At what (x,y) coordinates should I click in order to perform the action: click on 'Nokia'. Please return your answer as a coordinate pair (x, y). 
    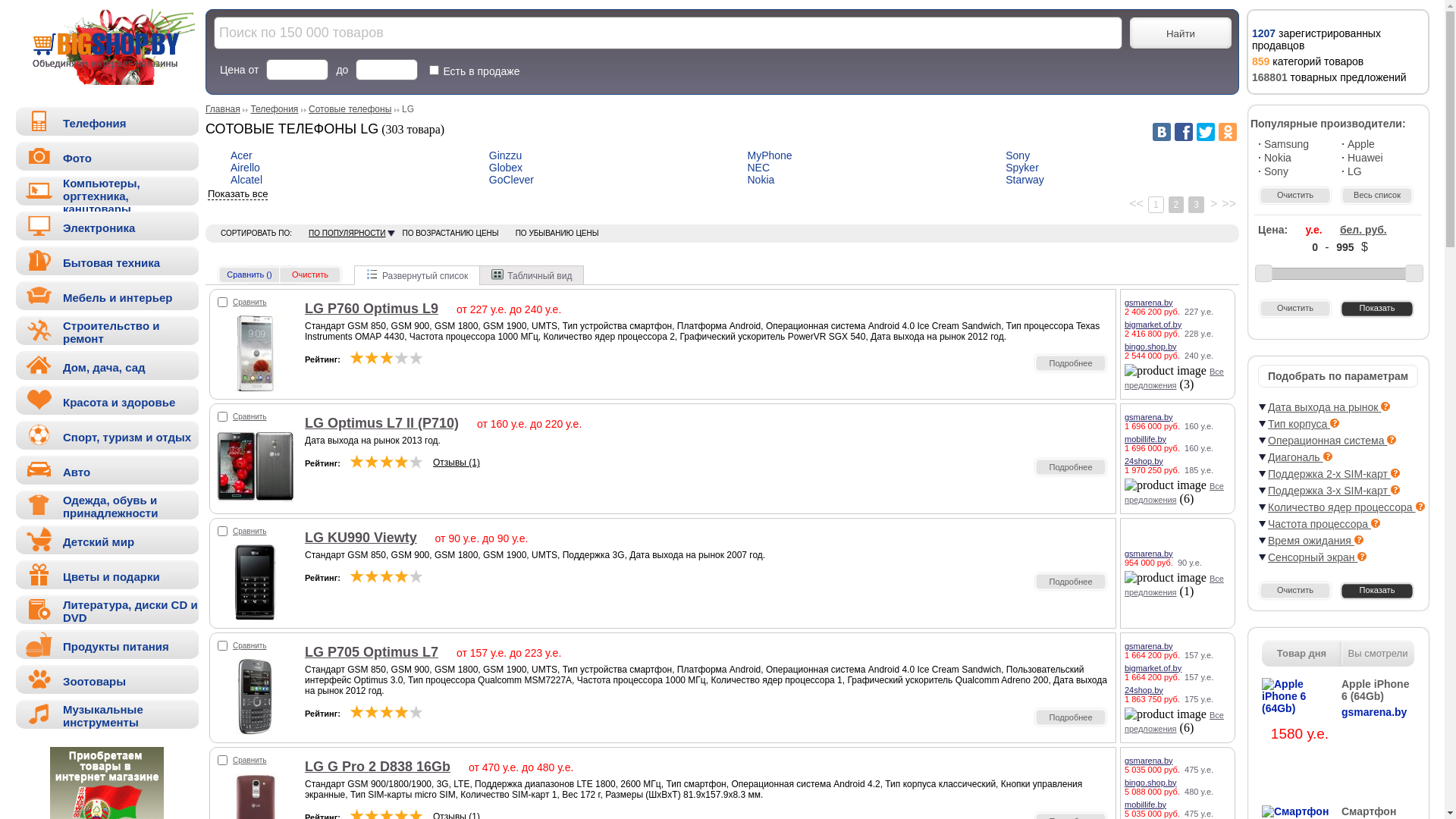
    Looking at the image, I should click on (747, 178).